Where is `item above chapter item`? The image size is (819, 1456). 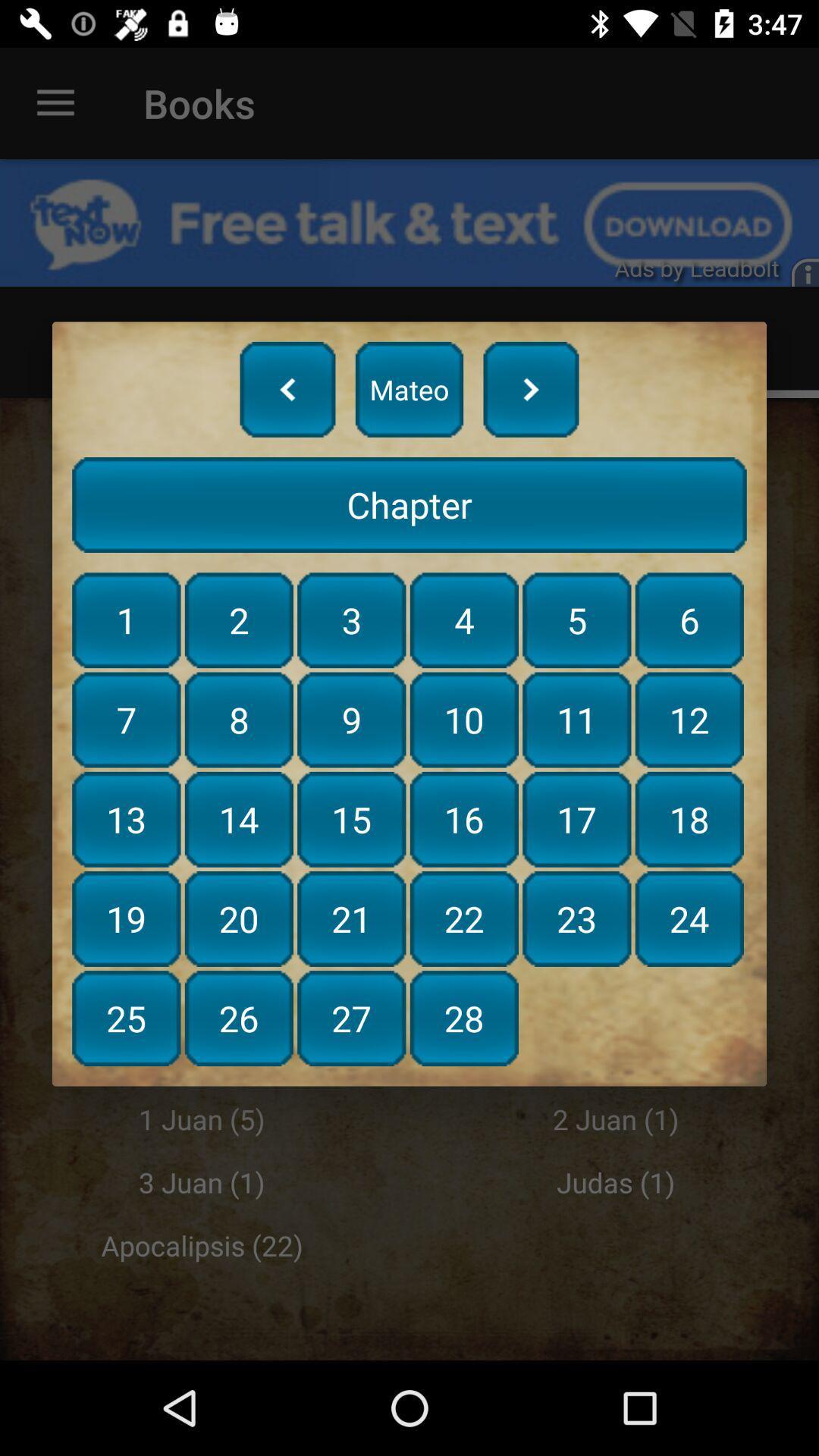
item above chapter item is located at coordinates (287, 389).